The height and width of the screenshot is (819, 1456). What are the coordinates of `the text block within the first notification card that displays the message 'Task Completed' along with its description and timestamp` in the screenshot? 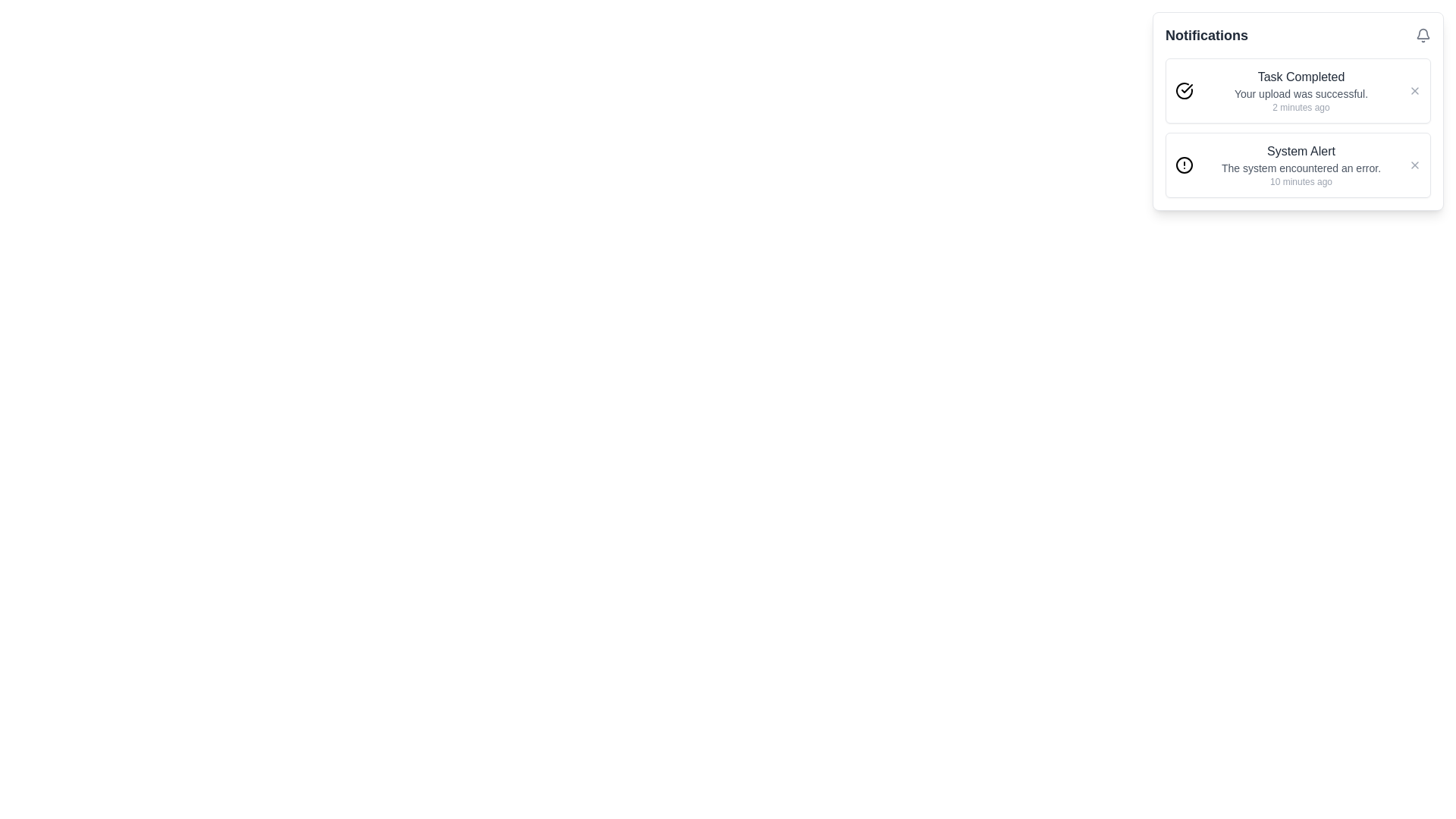 It's located at (1301, 90).